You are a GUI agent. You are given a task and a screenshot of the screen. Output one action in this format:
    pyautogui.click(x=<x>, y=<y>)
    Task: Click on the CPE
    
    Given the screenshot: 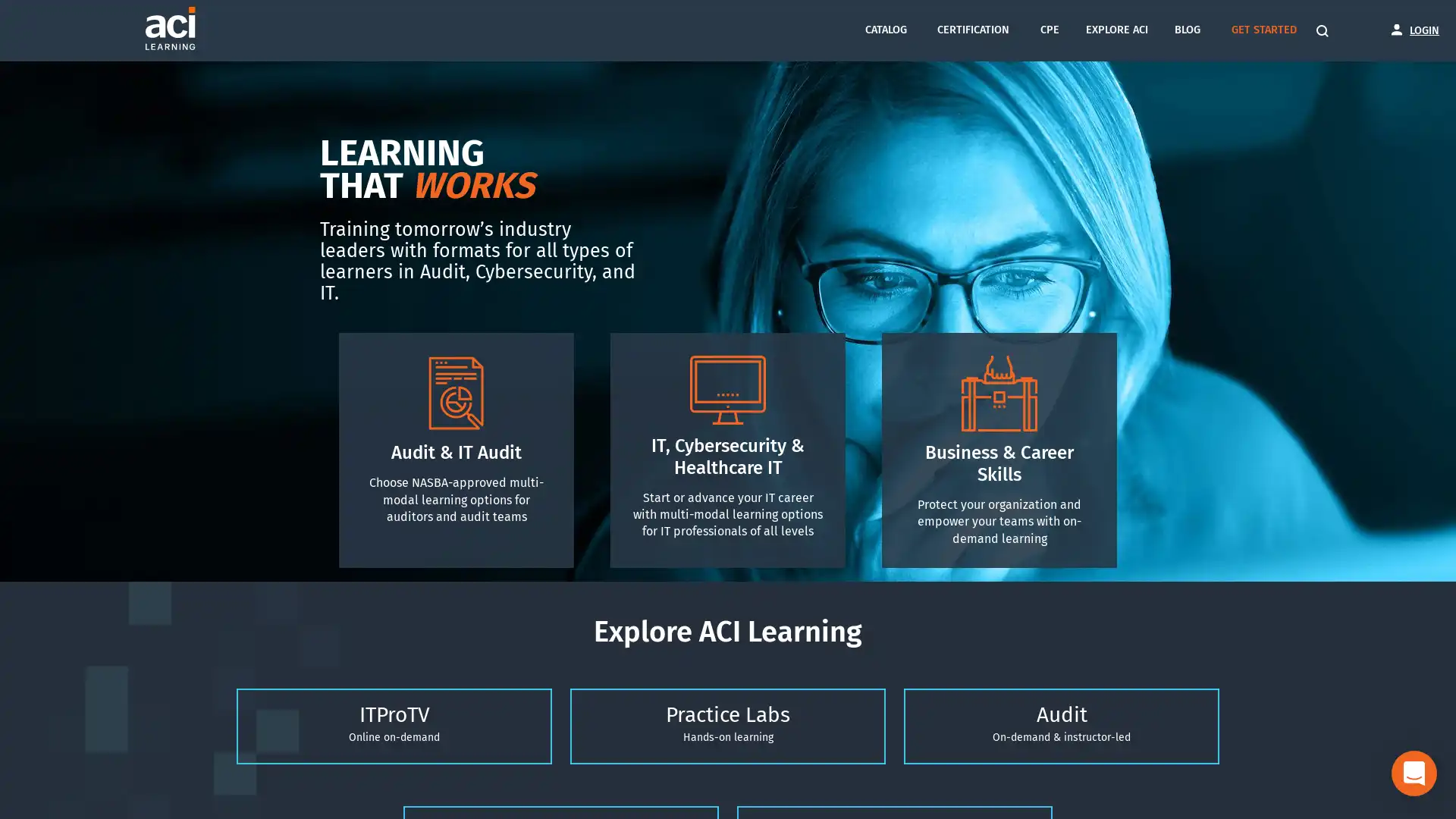 What is the action you would take?
    pyautogui.click(x=1049, y=30)
    